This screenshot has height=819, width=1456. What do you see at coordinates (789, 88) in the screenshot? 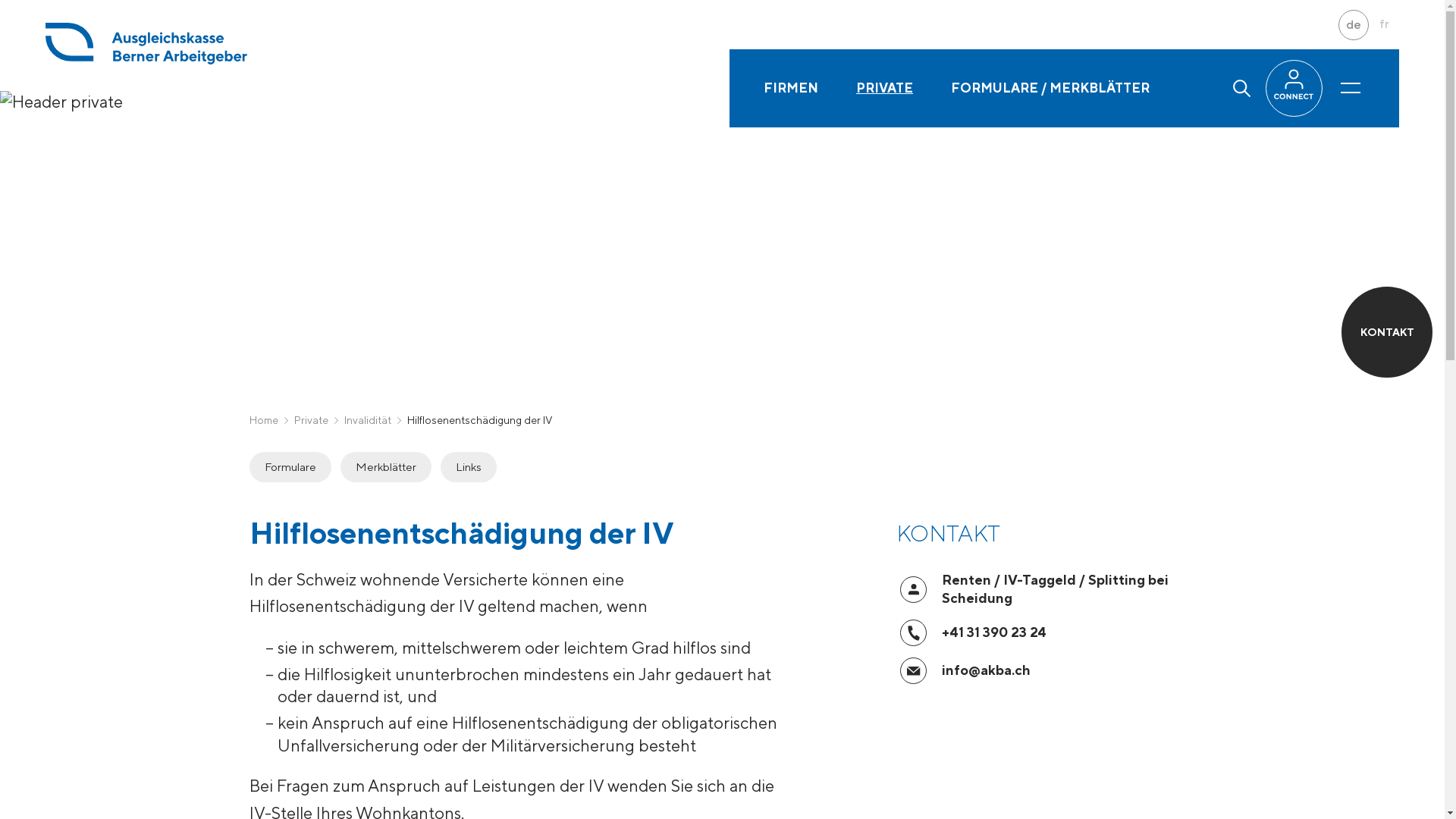
I see `'FIRMEN'` at bounding box center [789, 88].